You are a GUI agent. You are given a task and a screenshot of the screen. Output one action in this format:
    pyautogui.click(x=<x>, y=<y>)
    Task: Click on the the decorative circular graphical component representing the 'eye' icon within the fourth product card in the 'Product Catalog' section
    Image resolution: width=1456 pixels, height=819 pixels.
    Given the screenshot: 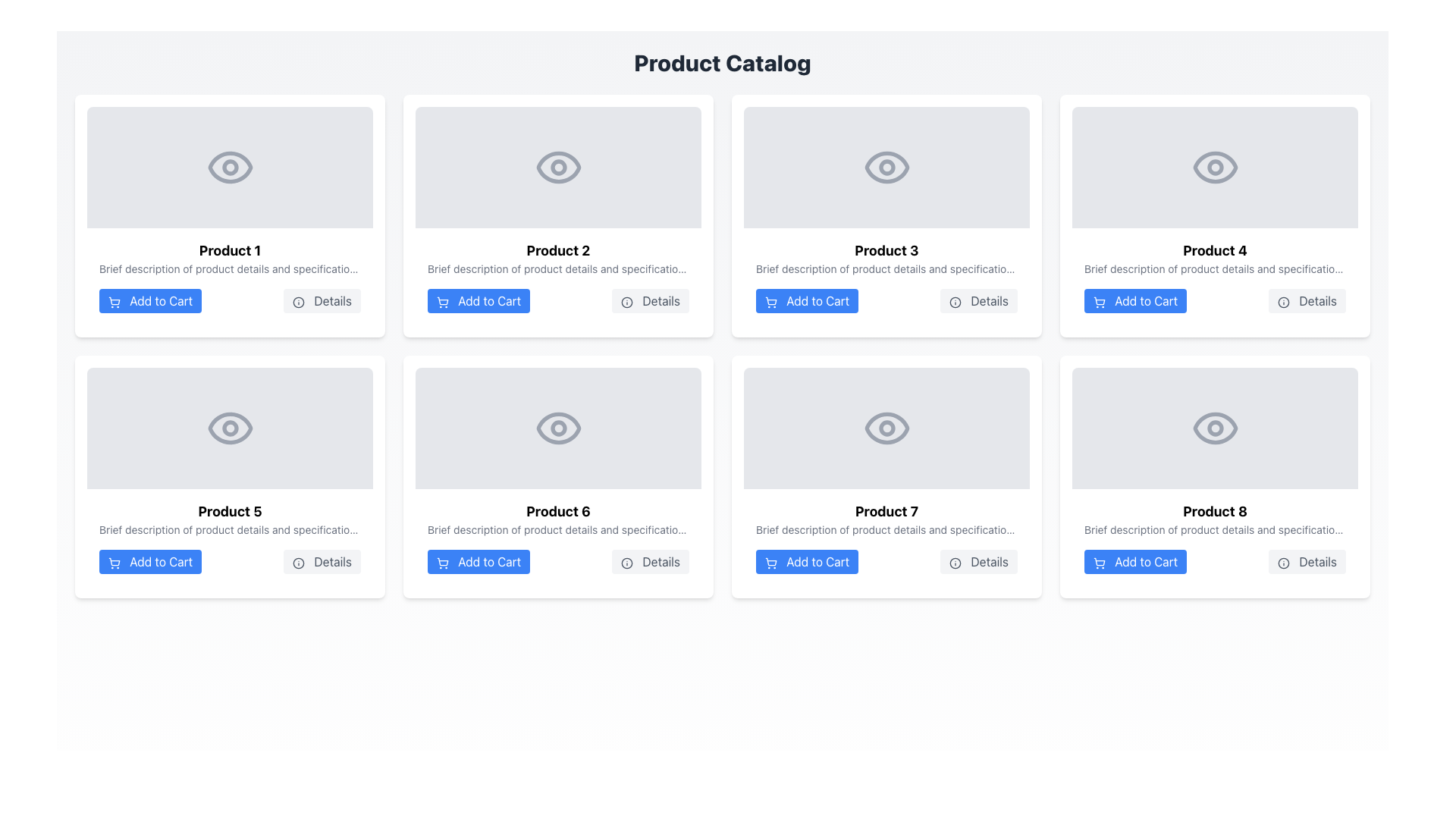 What is the action you would take?
    pyautogui.click(x=1215, y=167)
    